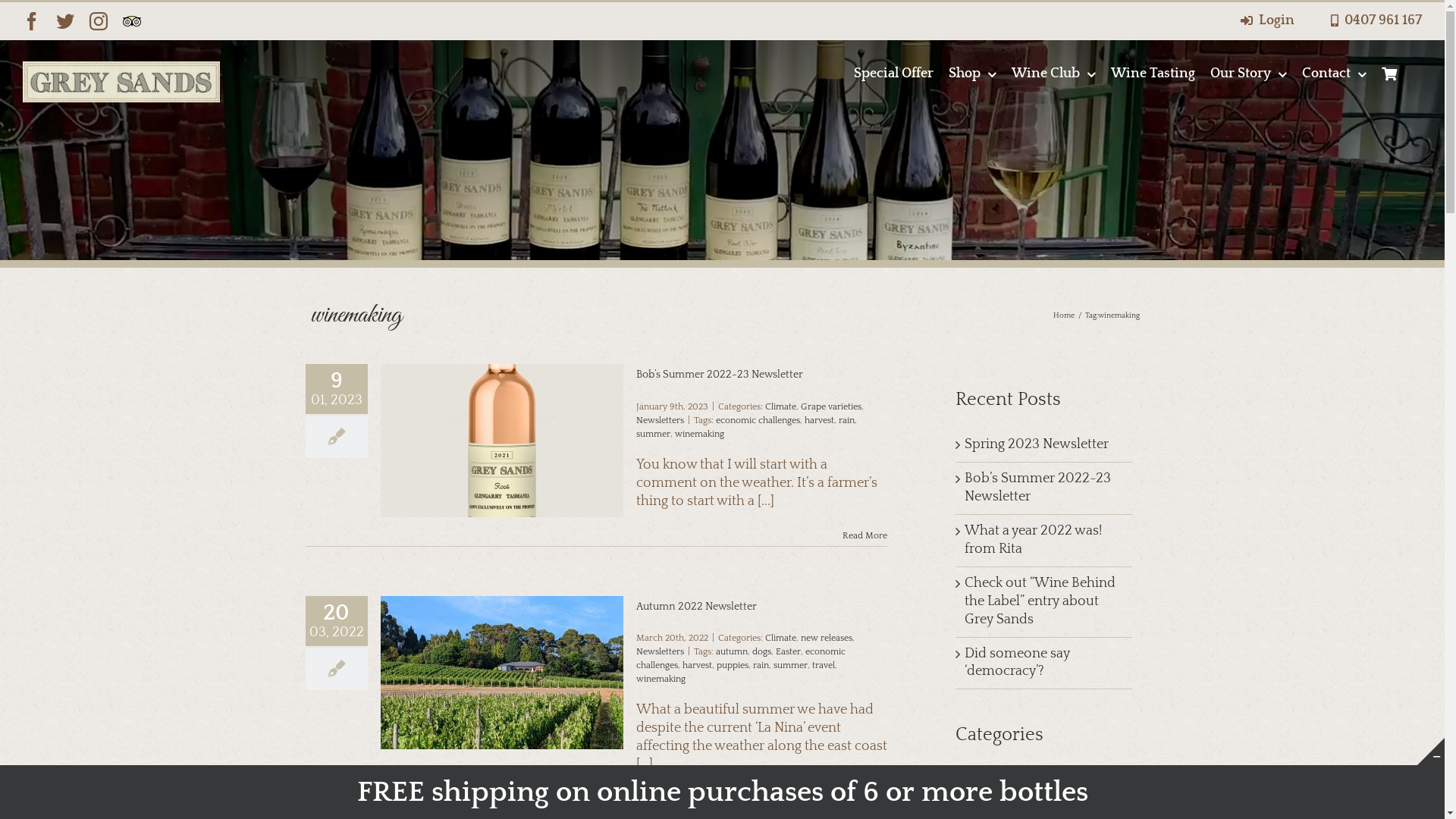 The image size is (1456, 819). Describe the element at coordinates (739, 657) in the screenshot. I see `'economic challenges'` at that location.